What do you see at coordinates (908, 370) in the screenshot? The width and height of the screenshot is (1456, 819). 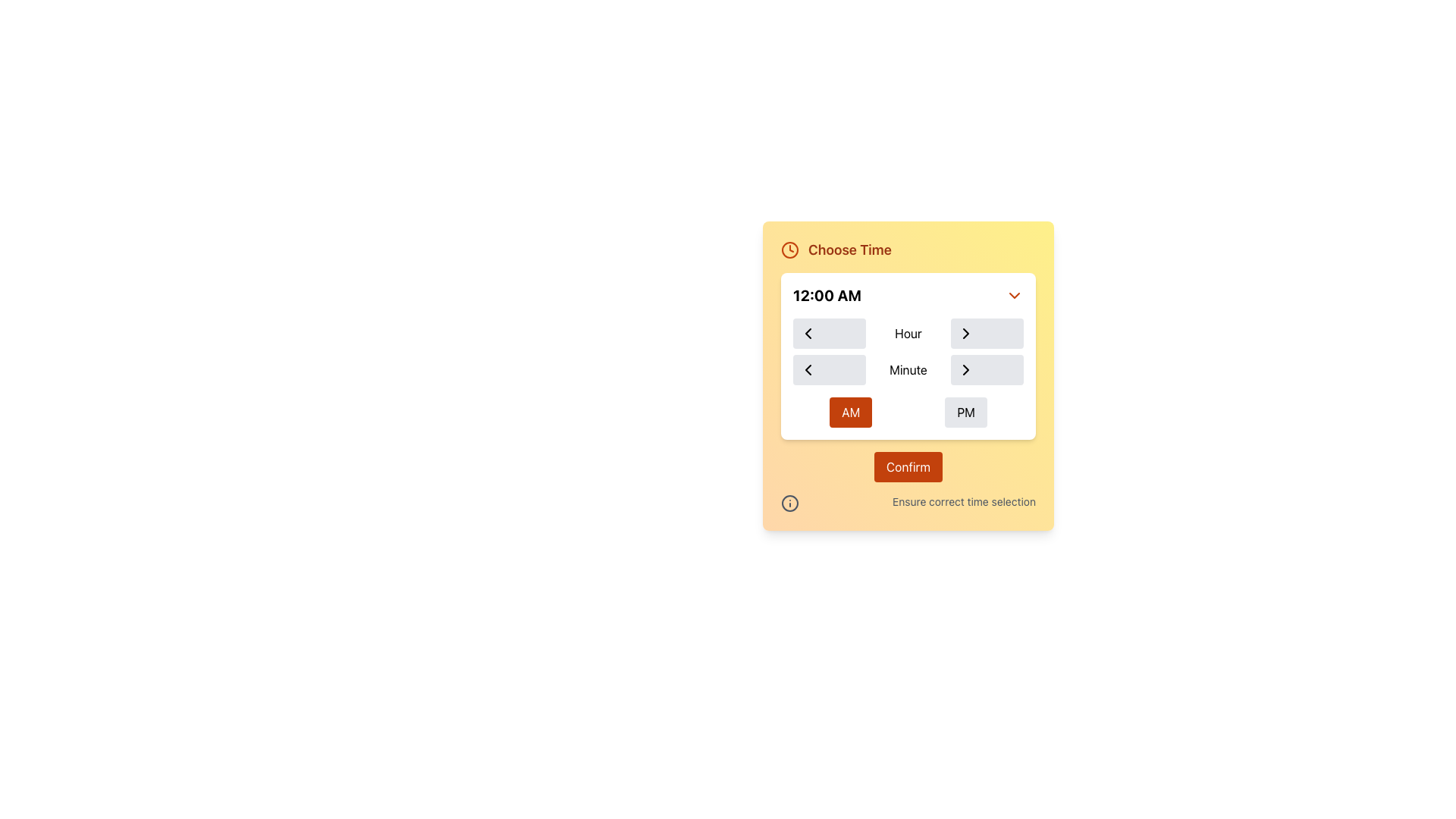 I see `the static text label indicating minutes, located in the middle column of the lower row of the grid layout within the time selection section` at bounding box center [908, 370].